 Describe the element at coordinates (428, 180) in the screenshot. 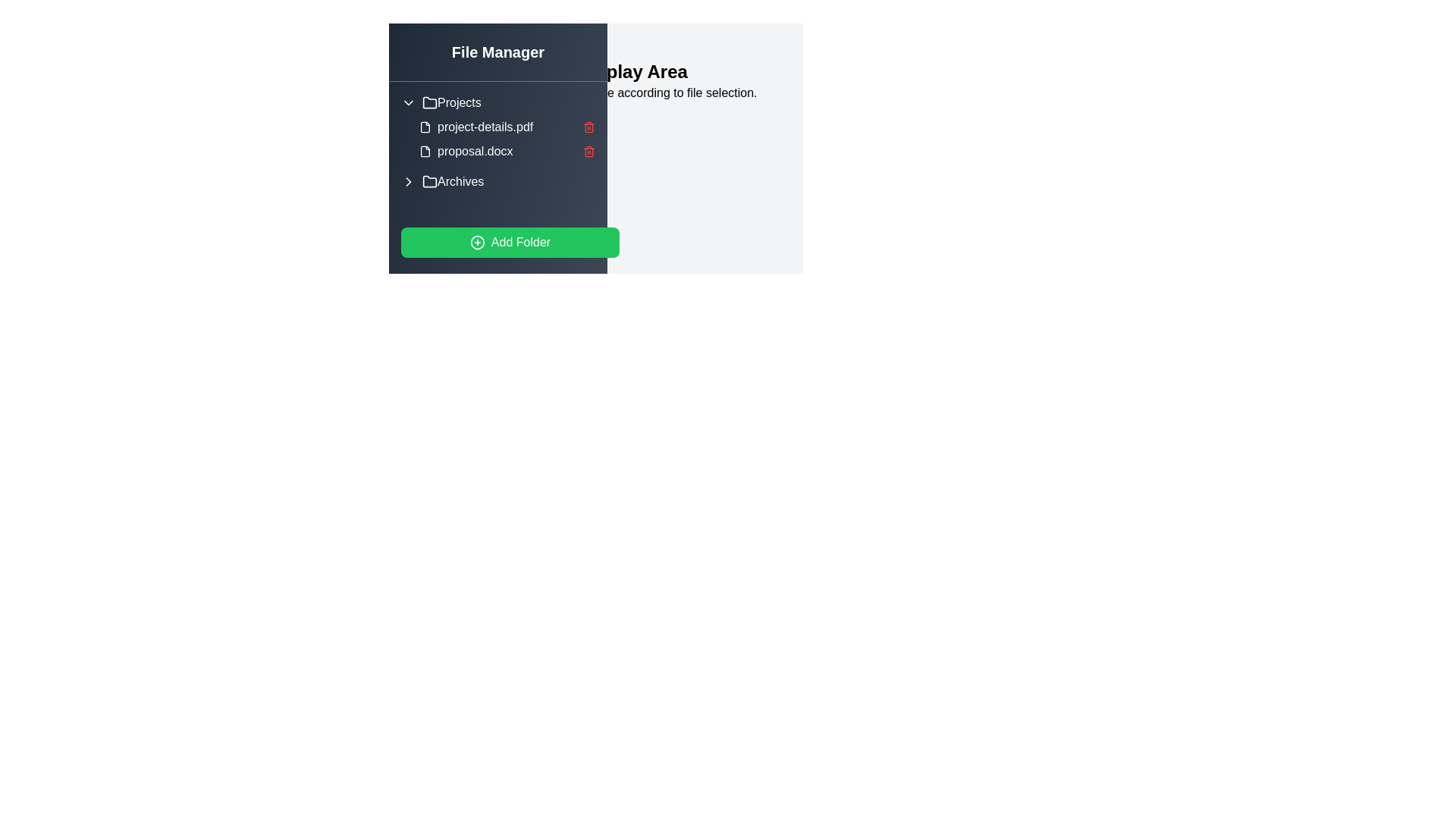

I see `the folder icon located under the 'Archives' section in the file manager to interact with it` at that location.